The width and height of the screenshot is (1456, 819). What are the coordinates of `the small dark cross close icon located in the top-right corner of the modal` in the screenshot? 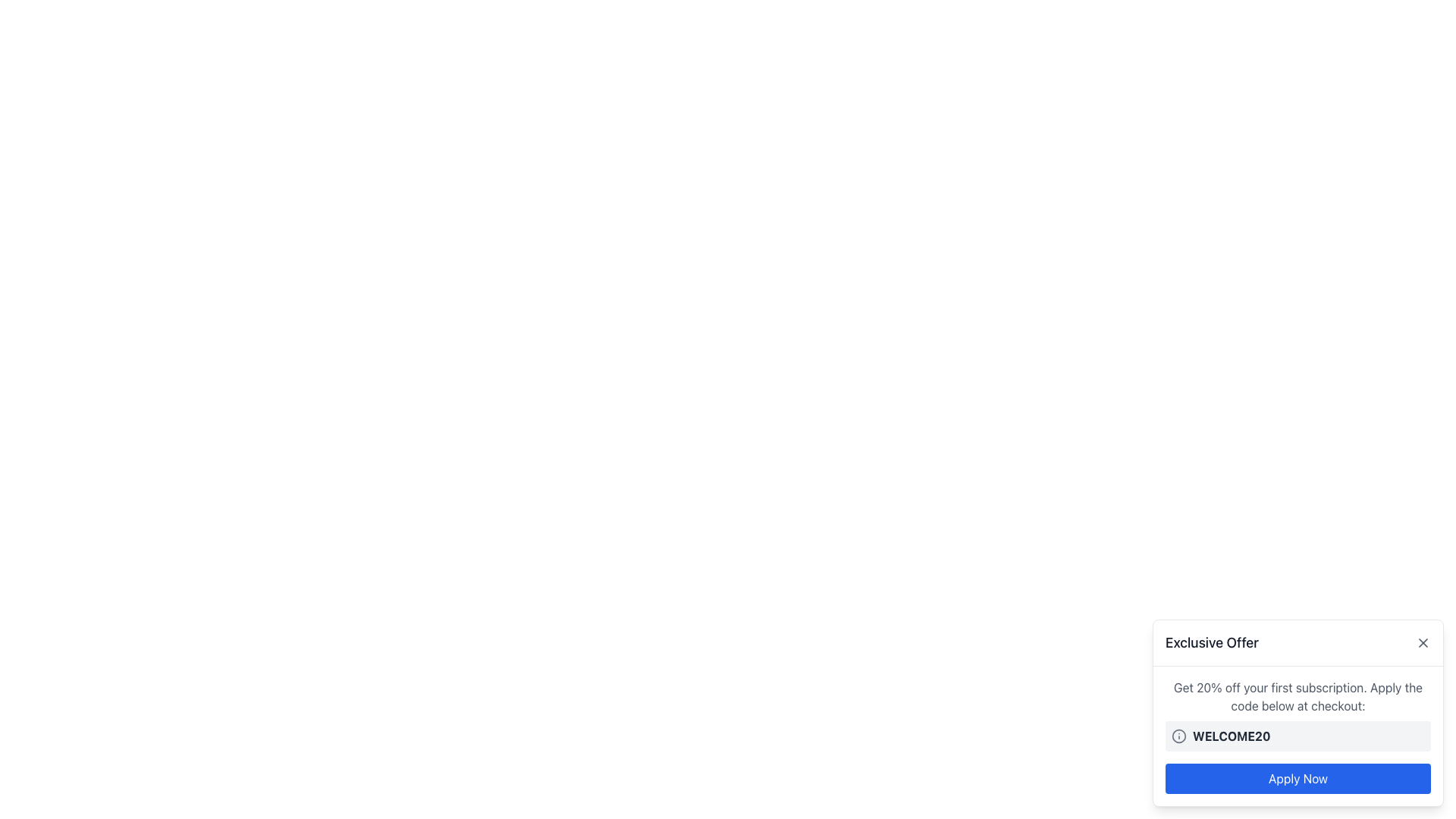 It's located at (1422, 643).